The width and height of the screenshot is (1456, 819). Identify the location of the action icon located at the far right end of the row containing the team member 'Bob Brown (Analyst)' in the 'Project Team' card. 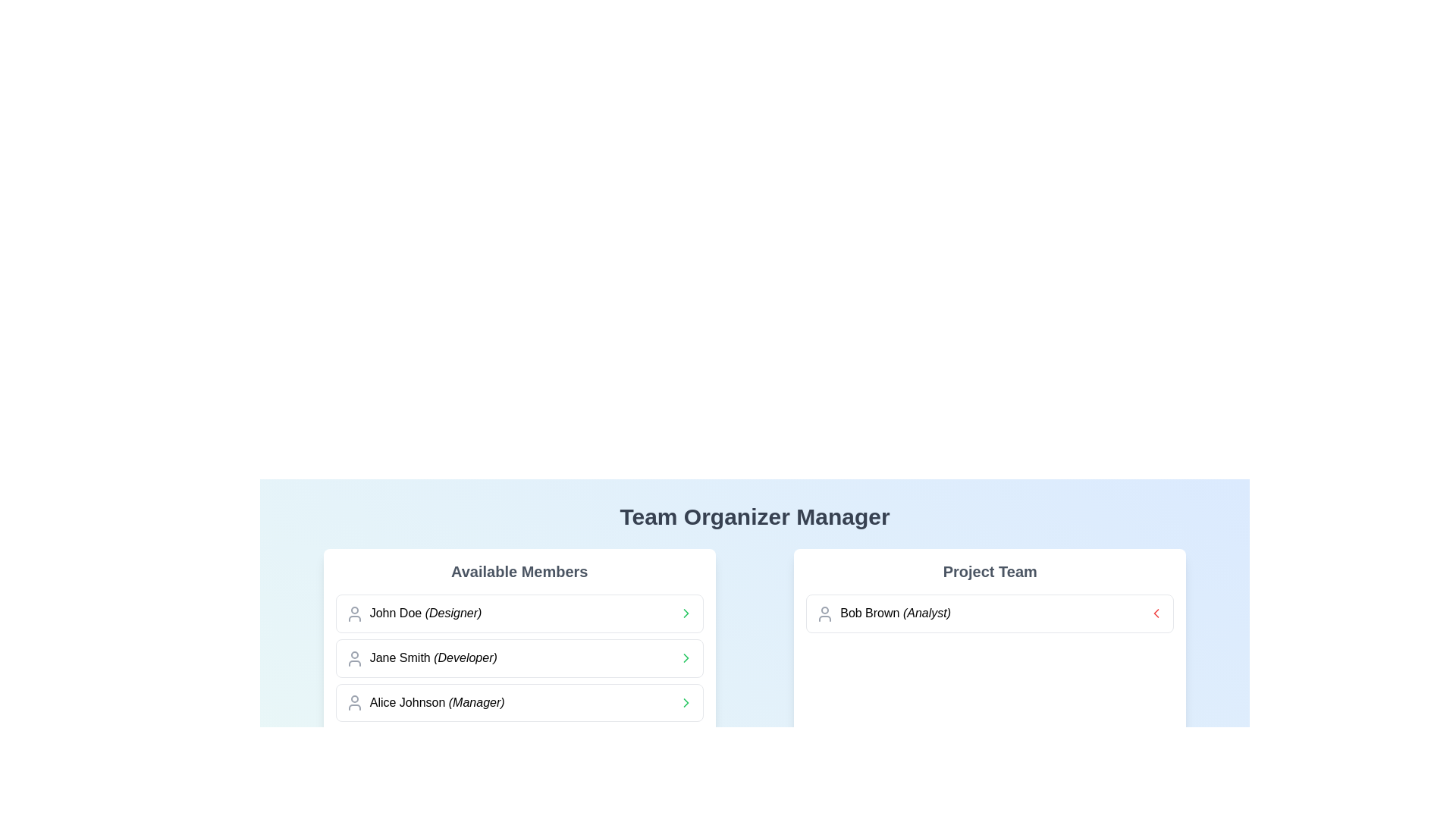
(1156, 613).